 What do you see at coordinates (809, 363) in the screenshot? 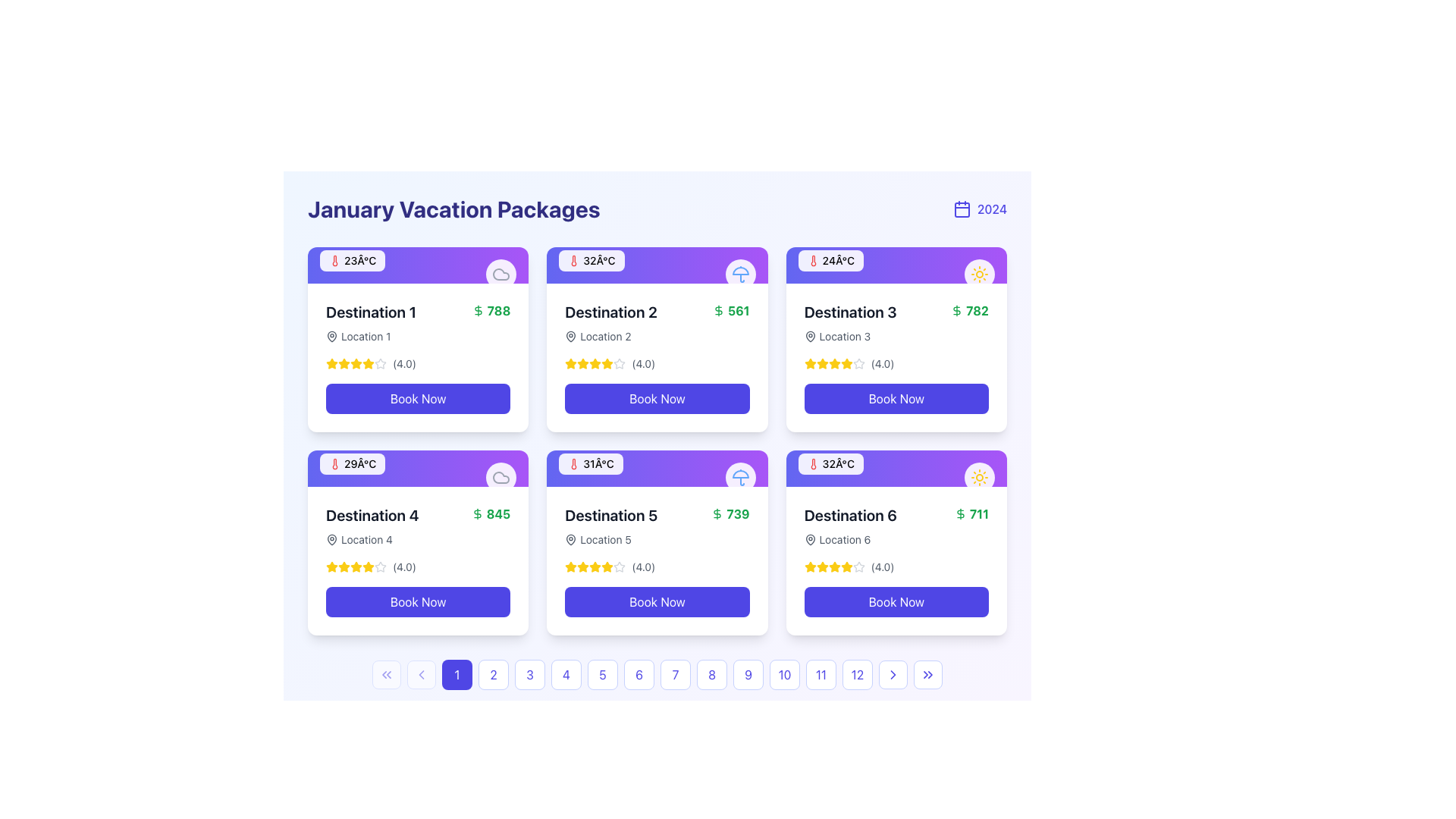
I see `the yellow star icon located in the rating section of the 'Destination 3' vacation package card to interact with the rating` at bounding box center [809, 363].